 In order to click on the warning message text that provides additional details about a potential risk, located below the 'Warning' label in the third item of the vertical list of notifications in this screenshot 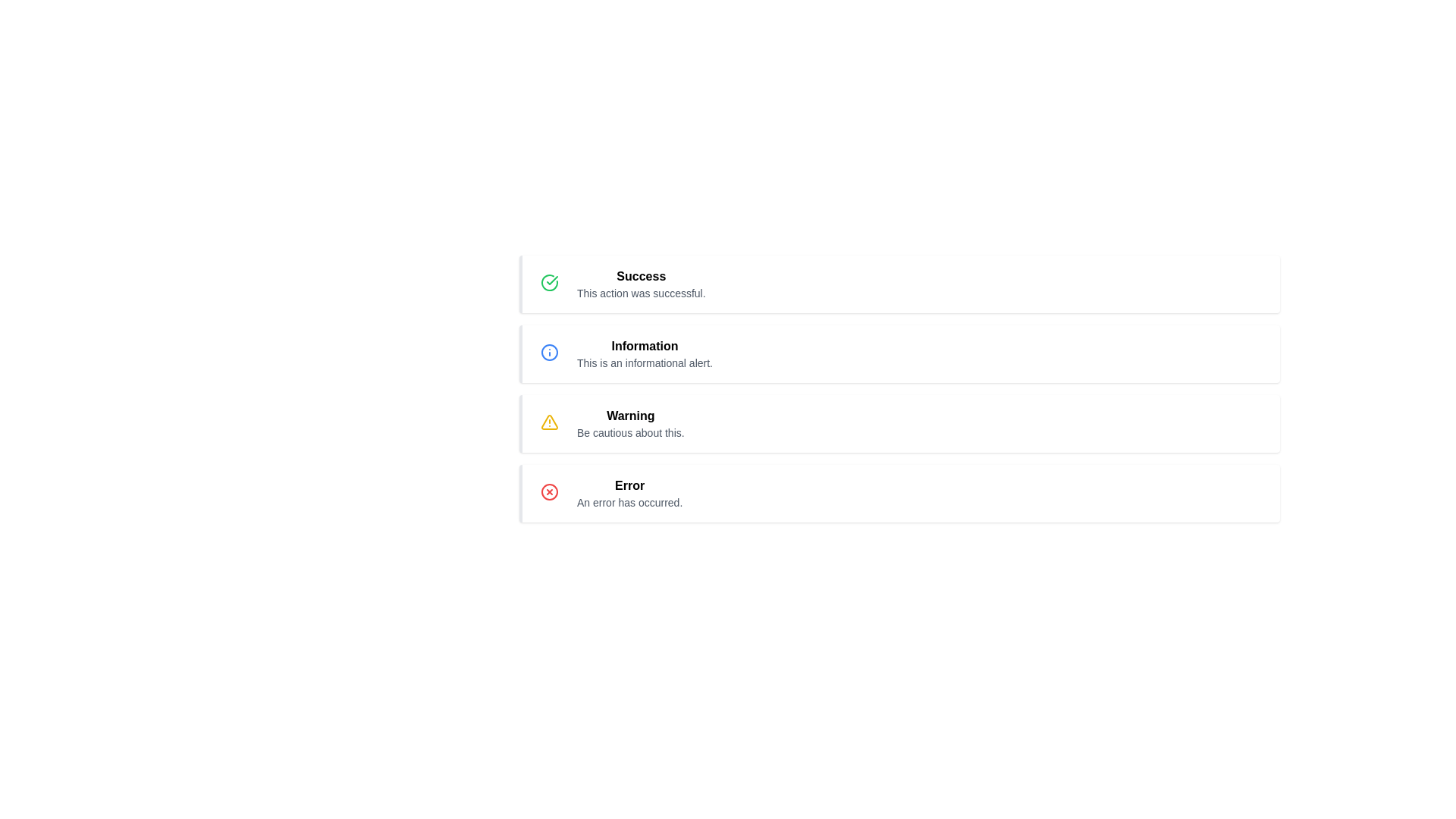, I will do `click(630, 432)`.